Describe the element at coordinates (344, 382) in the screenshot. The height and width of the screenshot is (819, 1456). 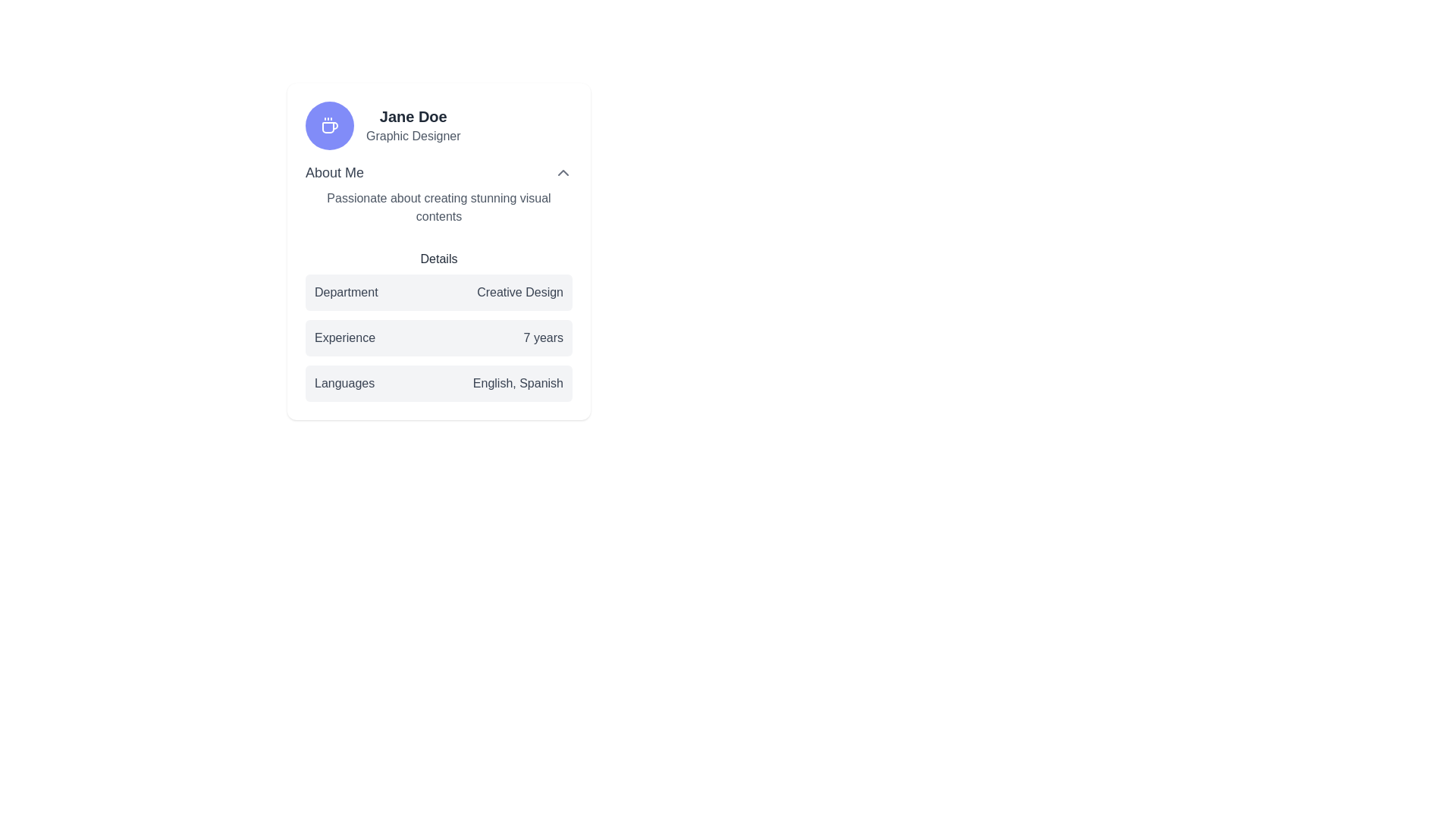
I see `the 'Languages' text label which is positioned on the left side of the section, displaying the word 'Languages' in bold or medium-weight font, for additional information` at that location.